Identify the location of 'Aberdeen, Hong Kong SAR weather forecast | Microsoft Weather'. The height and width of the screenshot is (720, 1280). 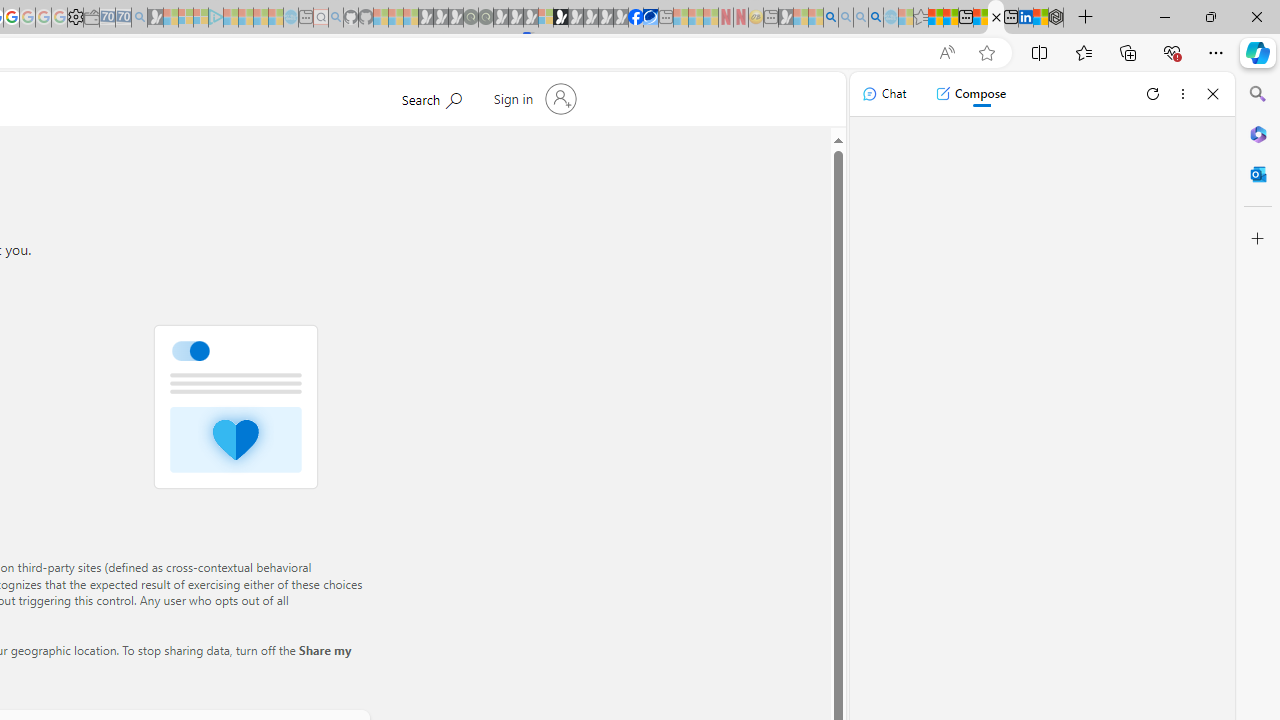
(949, 17).